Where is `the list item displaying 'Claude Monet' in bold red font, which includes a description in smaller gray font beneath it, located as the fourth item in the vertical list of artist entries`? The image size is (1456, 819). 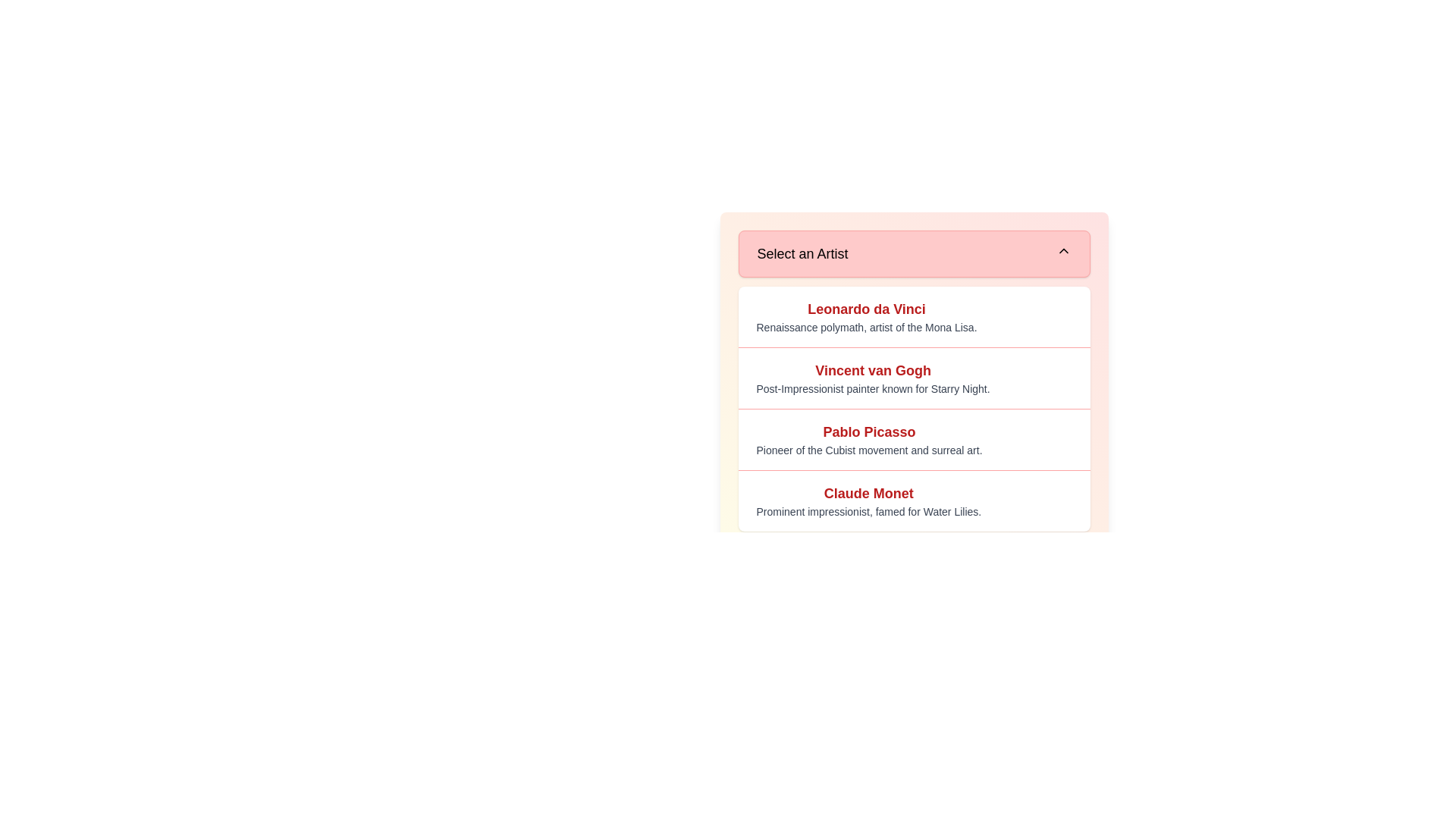
the list item displaying 'Claude Monet' in bold red font, which includes a description in smaller gray font beneath it, located as the fourth item in the vertical list of artist entries is located at coordinates (913, 500).